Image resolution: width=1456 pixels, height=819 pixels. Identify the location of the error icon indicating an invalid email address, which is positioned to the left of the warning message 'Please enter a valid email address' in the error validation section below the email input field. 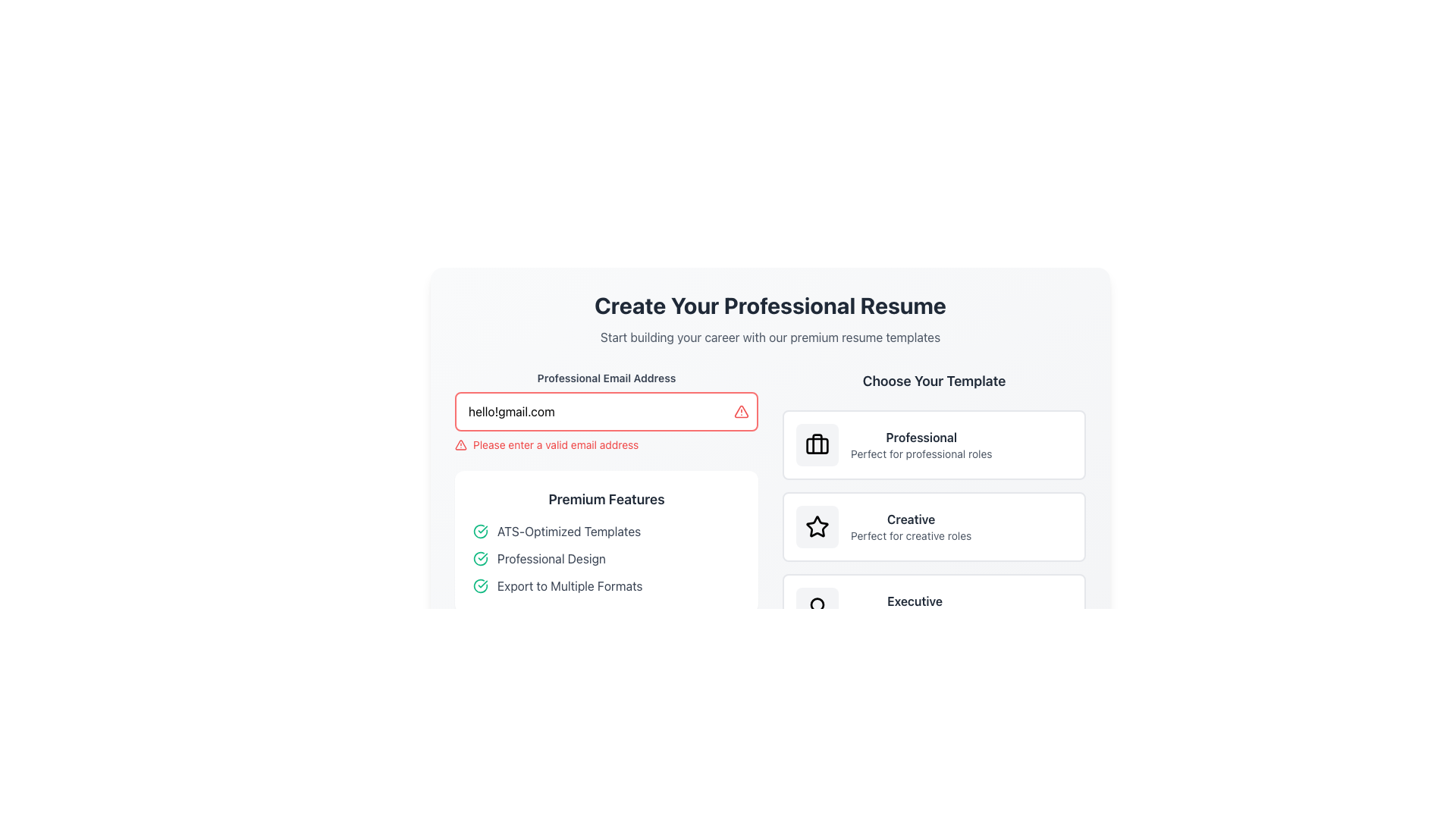
(460, 444).